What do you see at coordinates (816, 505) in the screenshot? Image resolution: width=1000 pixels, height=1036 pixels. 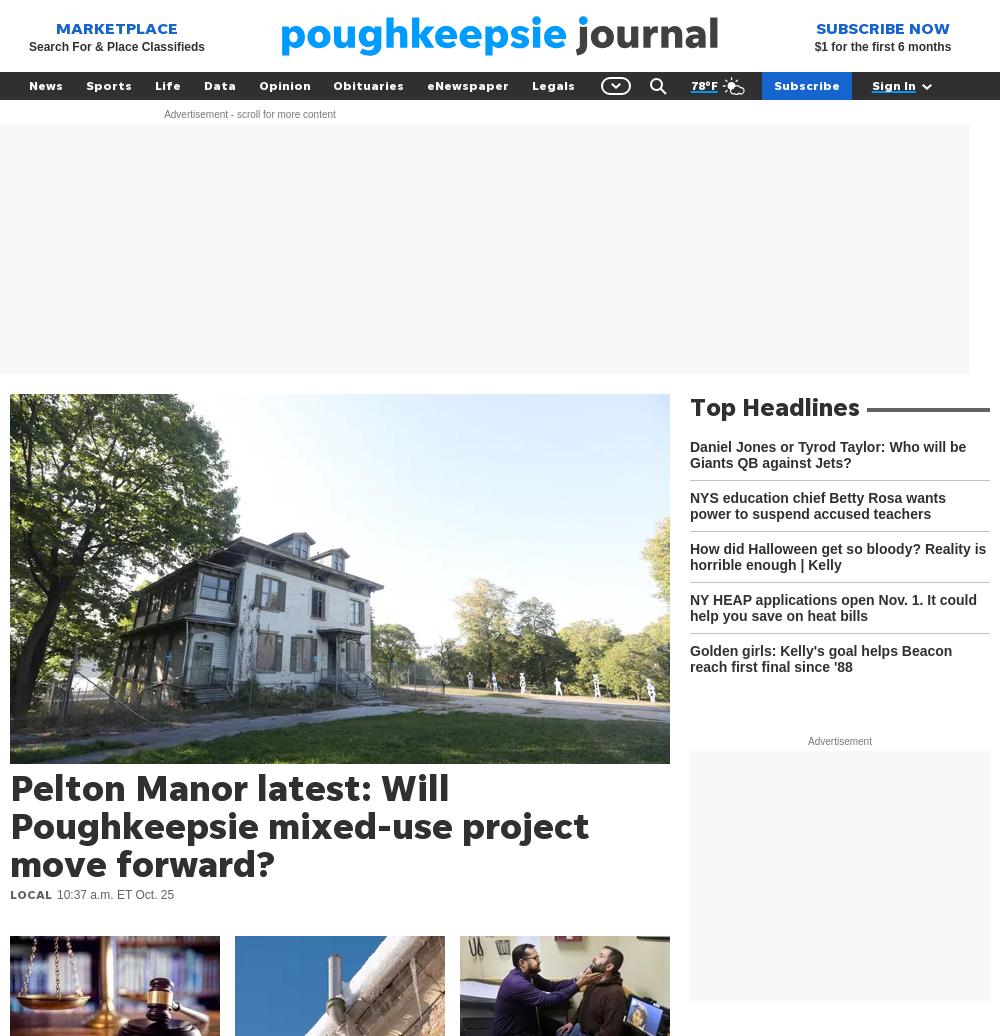 I see `'NYS education chief Betty Rosa wants power to suspend accused teachers'` at bounding box center [816, 505].